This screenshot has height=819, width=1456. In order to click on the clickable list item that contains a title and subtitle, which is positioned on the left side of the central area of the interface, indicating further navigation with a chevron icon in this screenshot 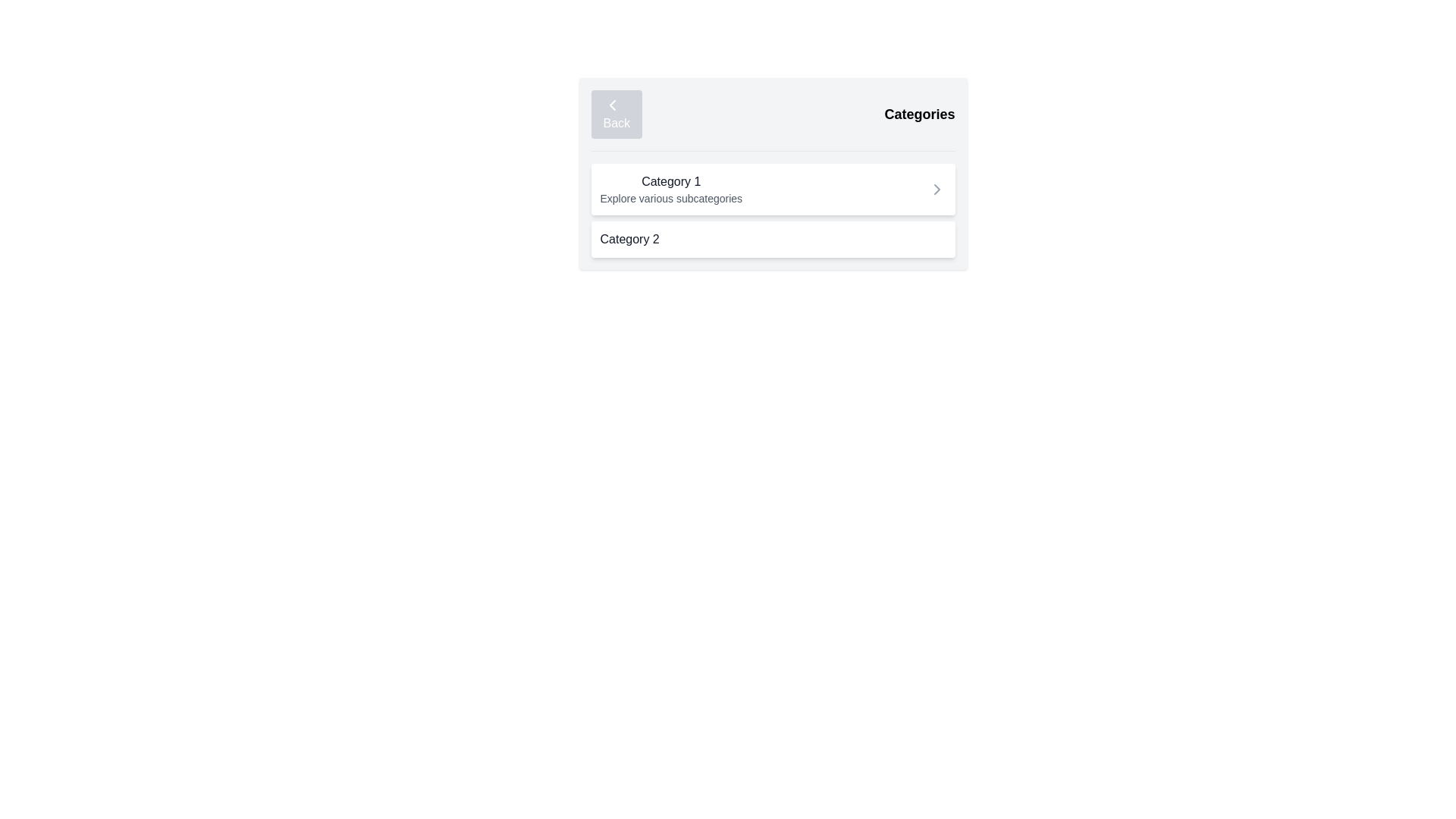, I will do `click(670, 189)`.